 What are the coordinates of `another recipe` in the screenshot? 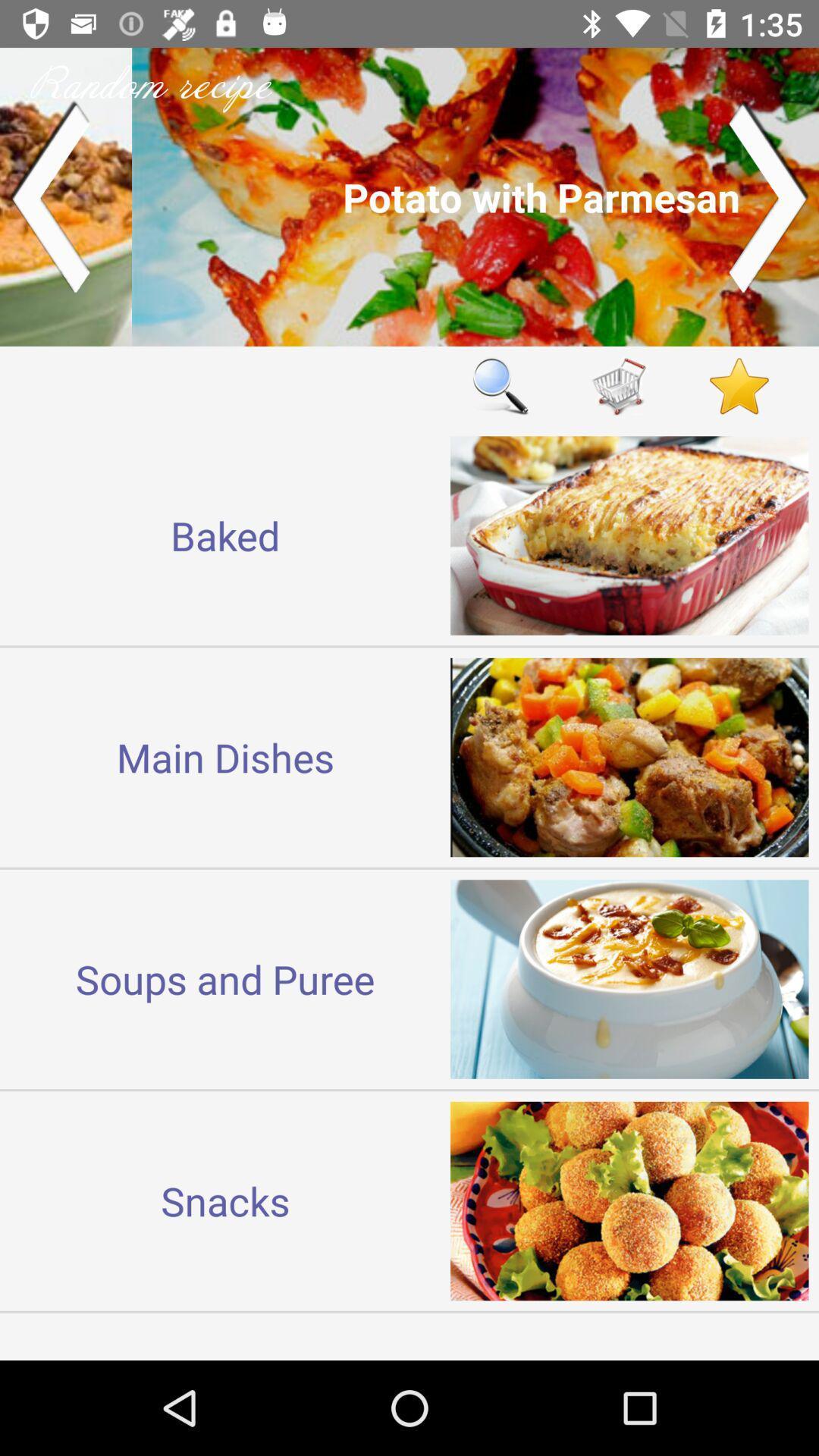 It's located at (409, 196).